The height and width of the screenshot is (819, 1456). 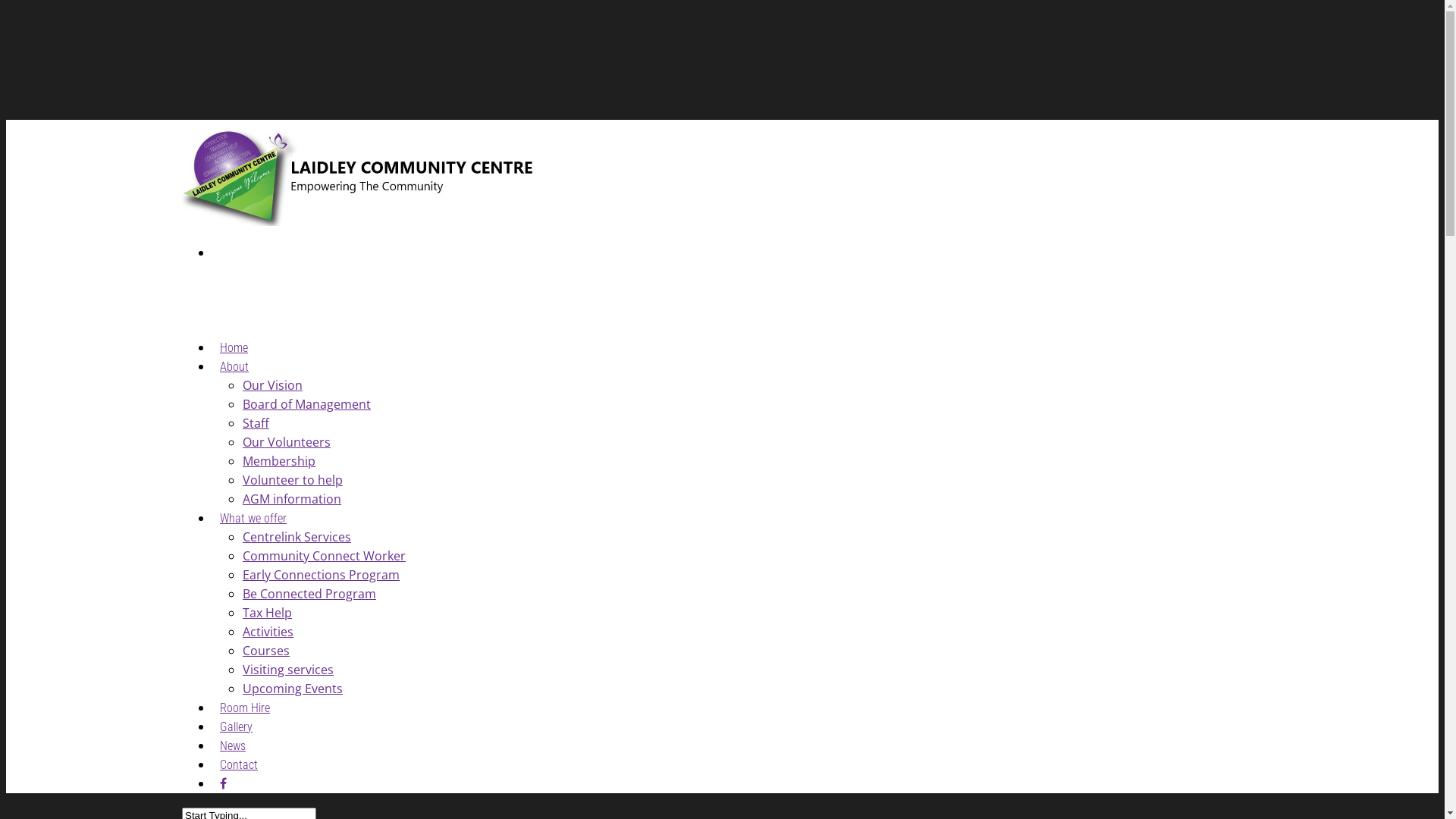 What do you see at coordinates (235, 730) in the screenshot?
I see `'Gallery'` at bounding box center [235, 730].